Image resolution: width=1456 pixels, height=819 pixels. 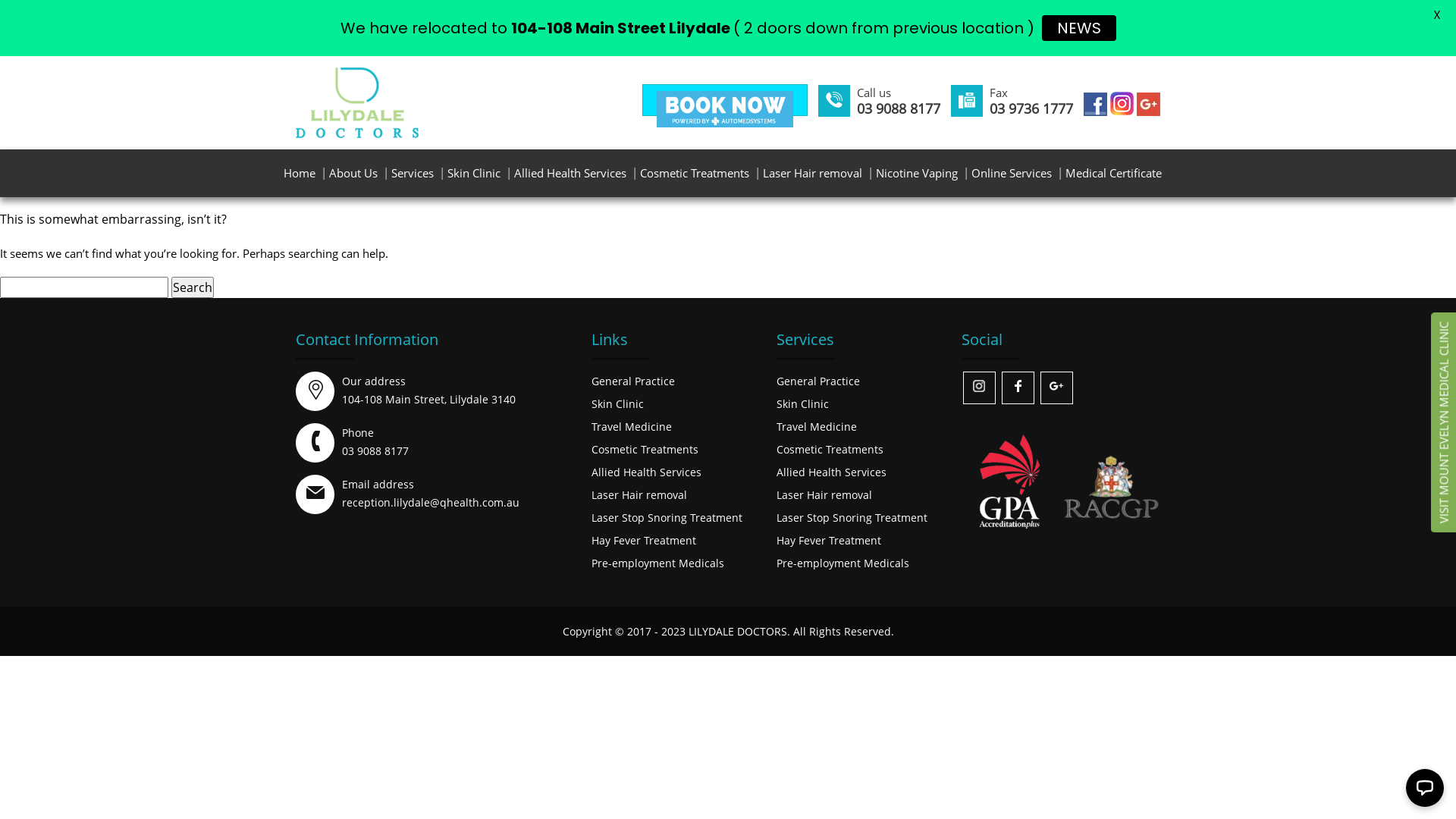 I want to click on 'Medical Certificate', so click(x=1113, y=172).